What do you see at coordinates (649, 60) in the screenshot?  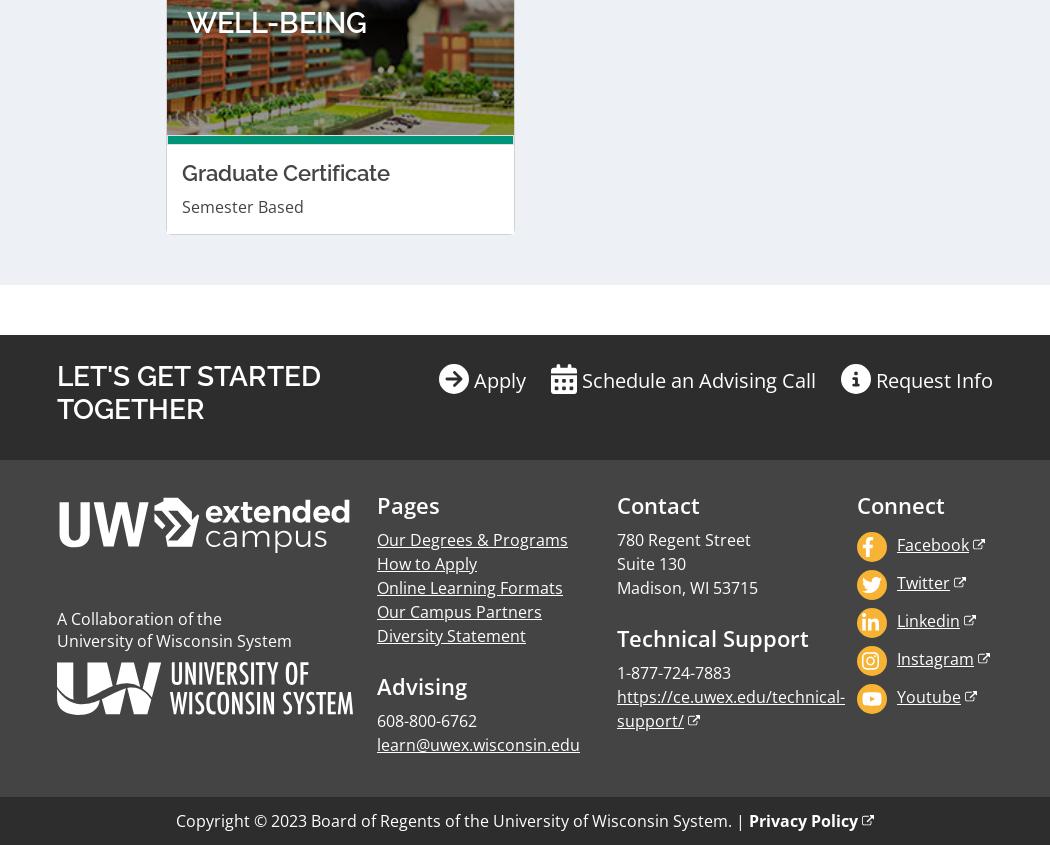 I see `'Suite 130'` at bounding box center [649, 60].